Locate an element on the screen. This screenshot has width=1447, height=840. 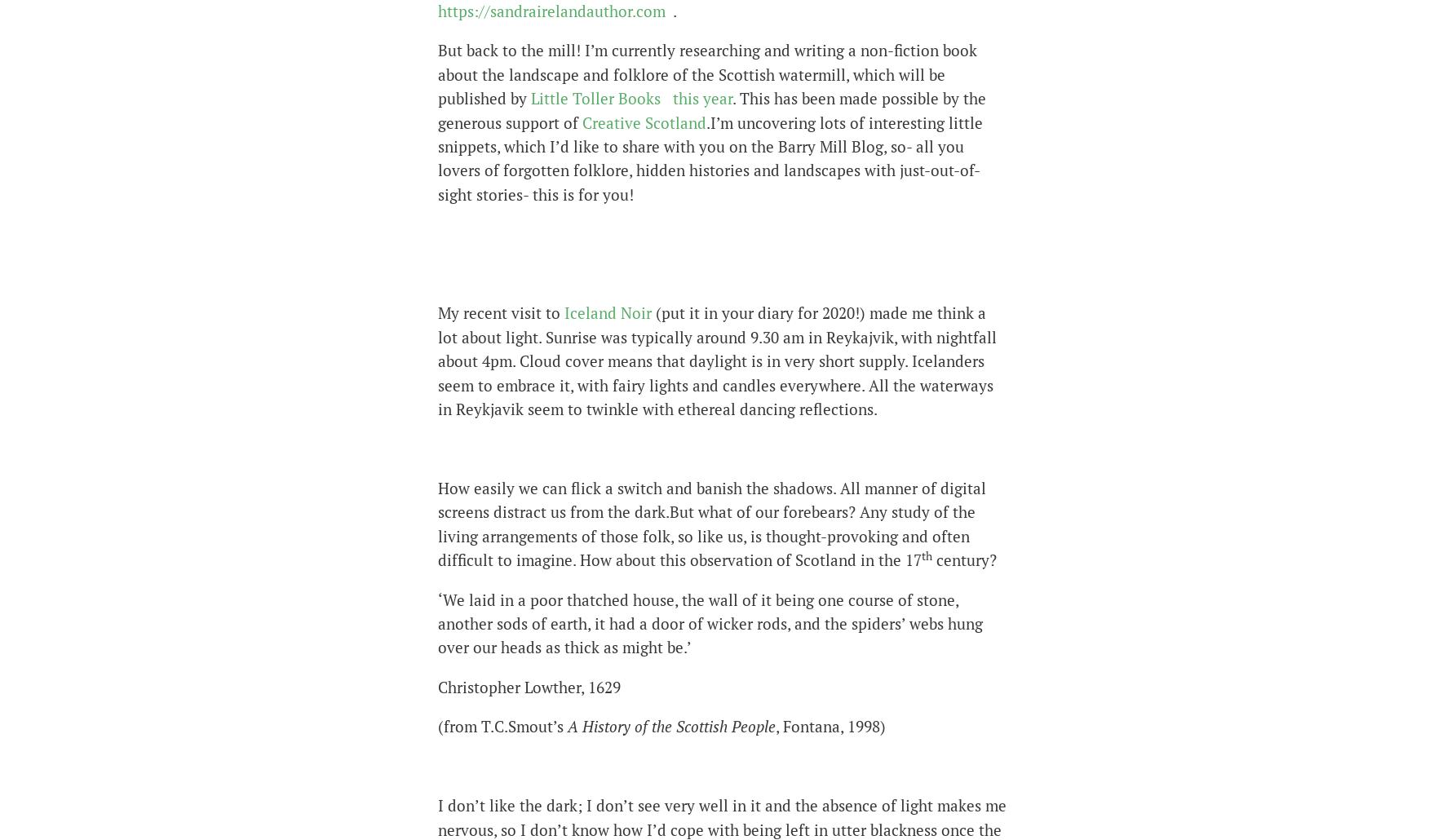
'century?' is located at coordinates (931, 559).